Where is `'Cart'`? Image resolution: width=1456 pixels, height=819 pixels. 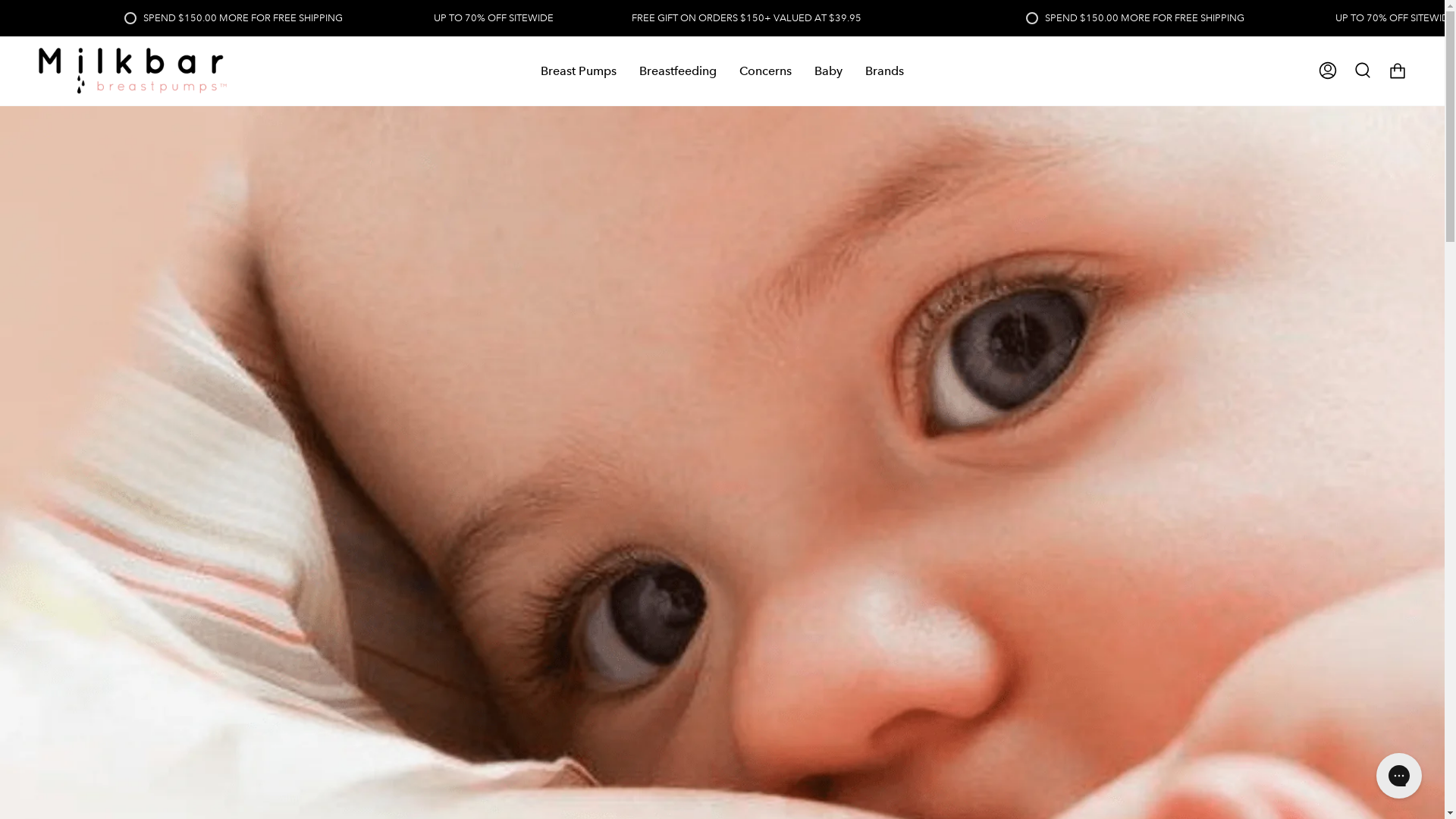 'Cart' is located at coordinates (1397, 71).